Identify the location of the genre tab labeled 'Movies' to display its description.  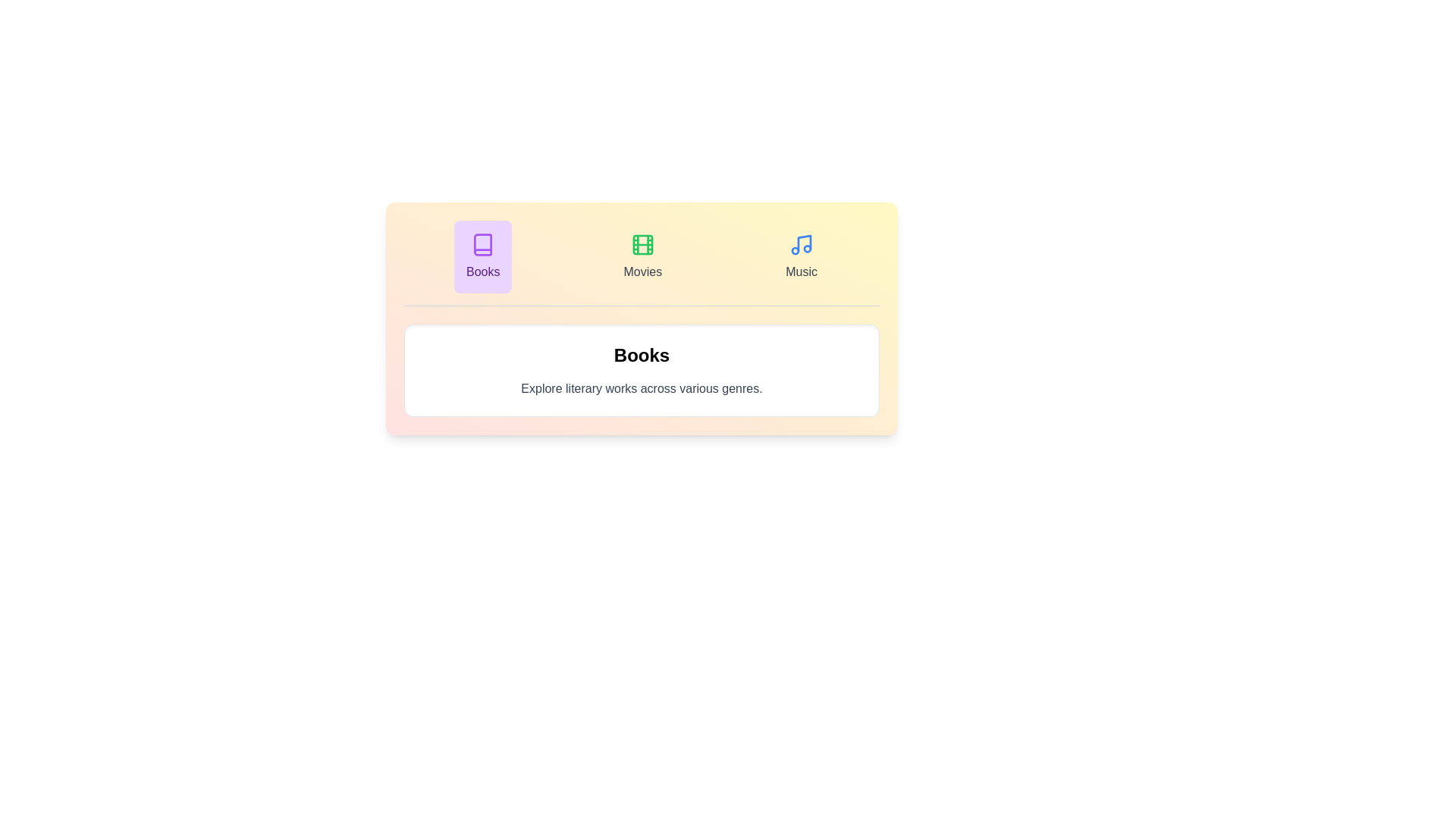
(642, 256).